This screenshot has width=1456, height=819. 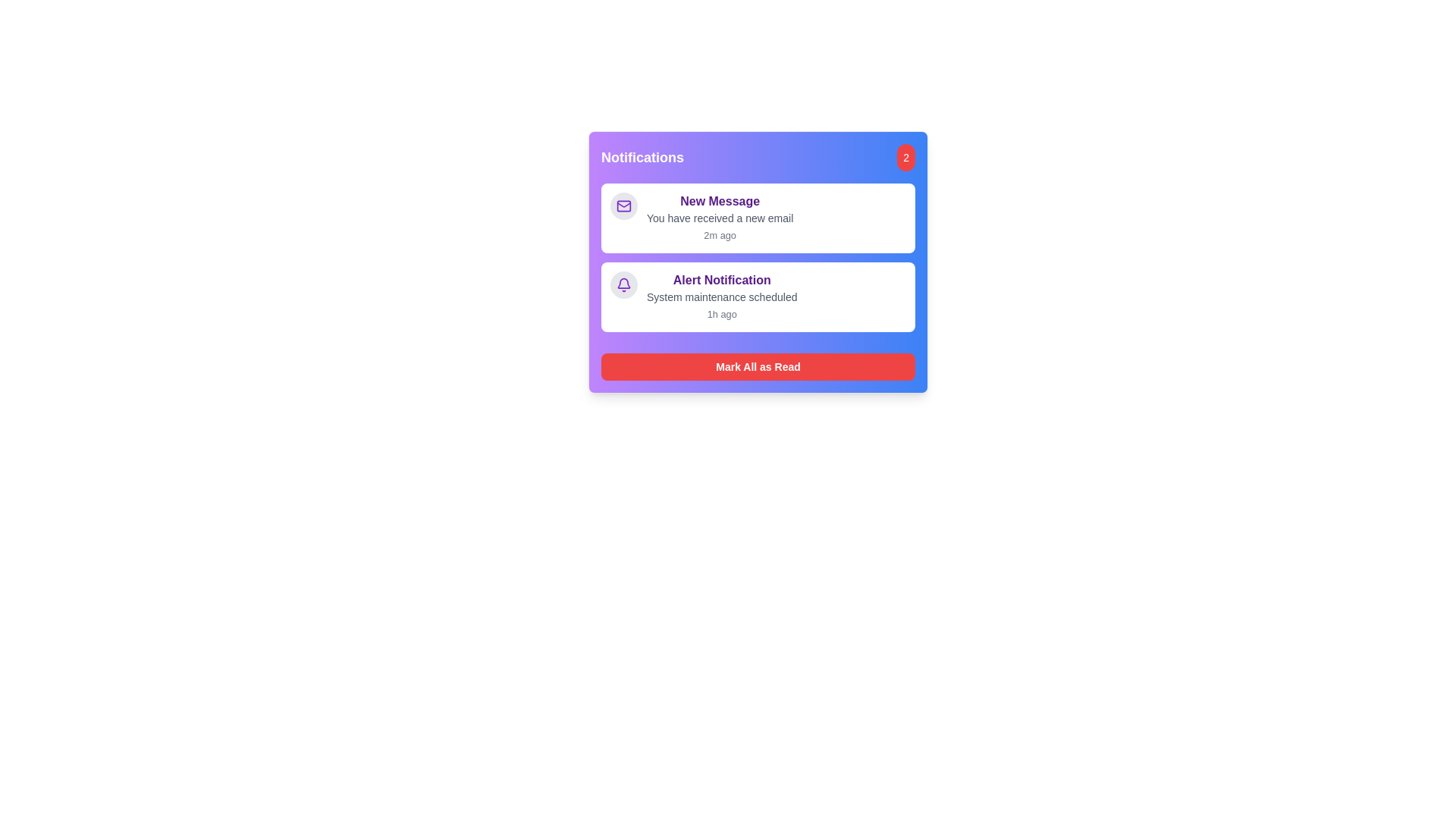 I want to click on the notification alert icon located on the left side of the text 'Alert Notification System maintenance scheduled 1h ago', so click(x=623, y=284).